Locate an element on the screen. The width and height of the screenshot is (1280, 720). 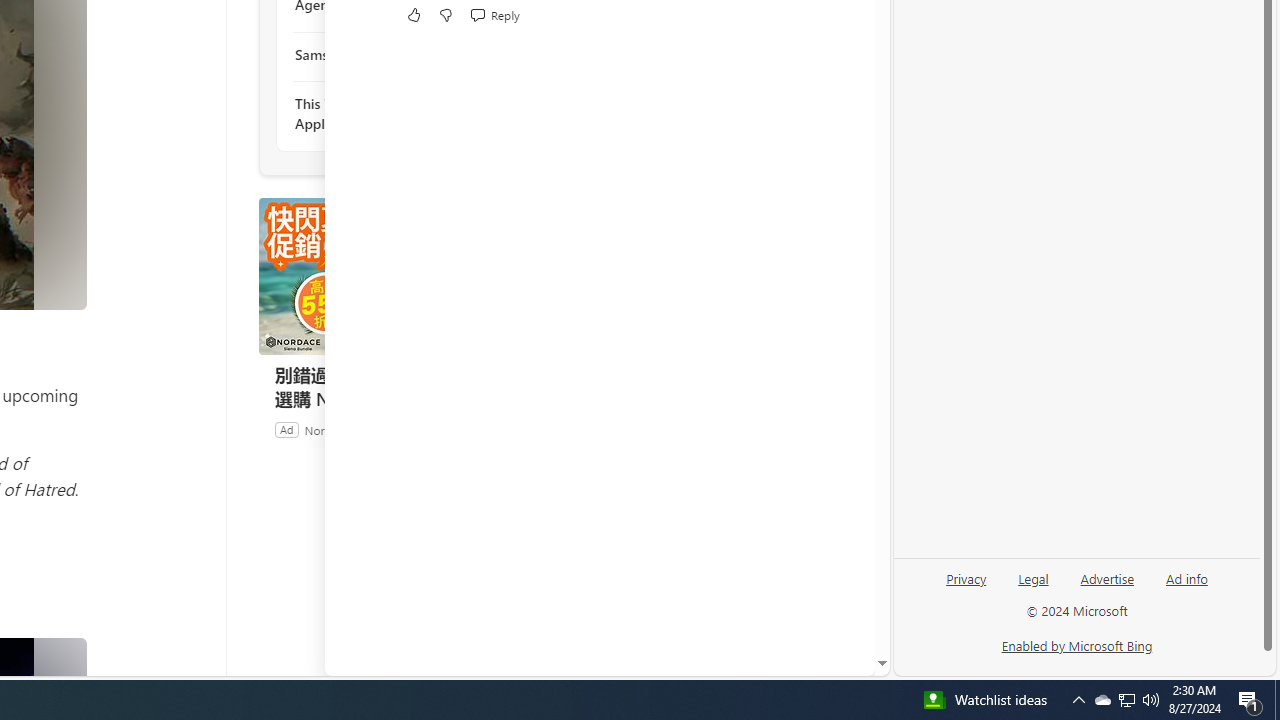
'Samsung Galaxy Watch 7 Review' is located at coordinates (402, 53).